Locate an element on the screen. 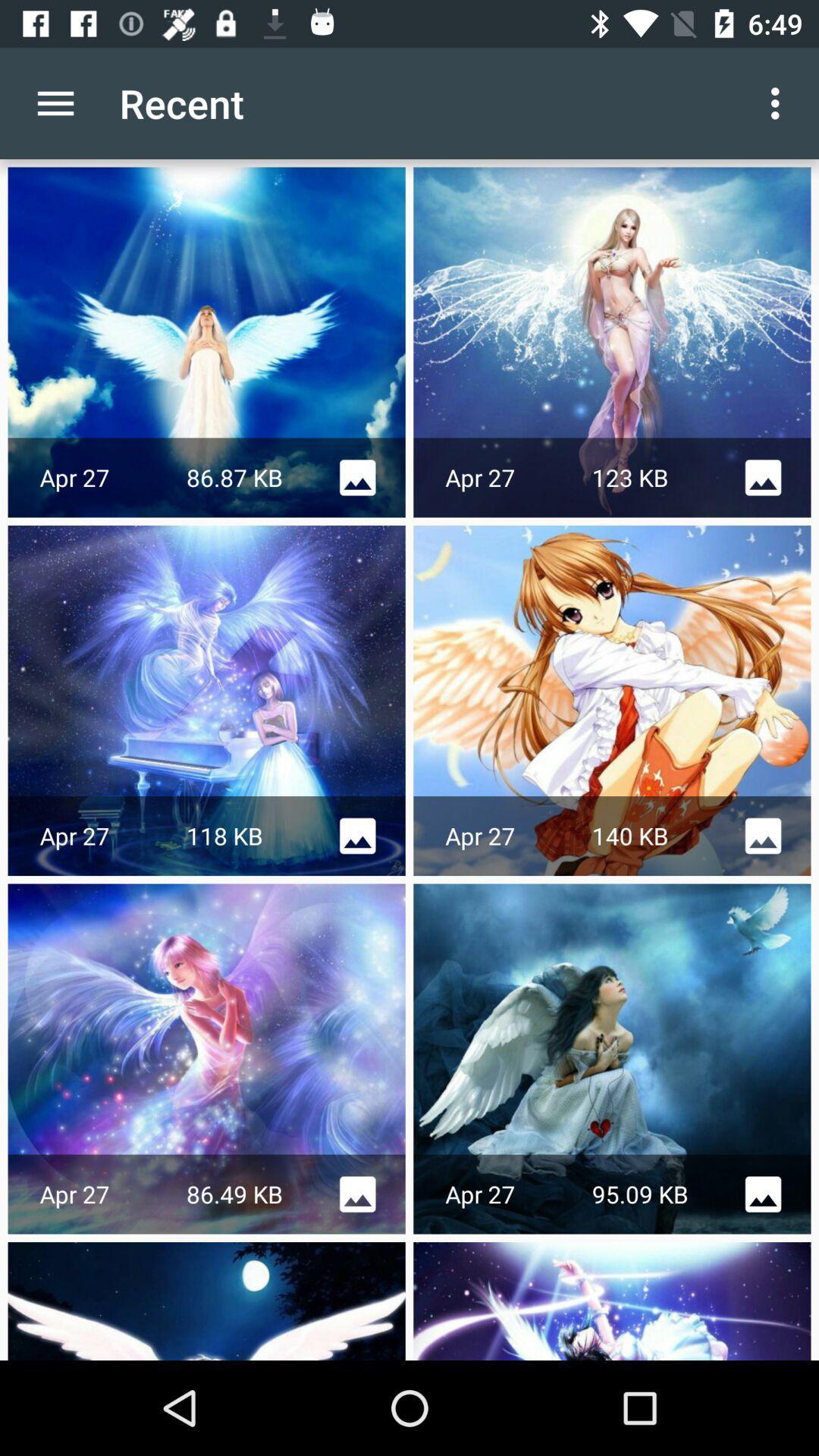 This screenshot has height=1456, width=819. the icon next to recent app is located at coordinates (55, 102).